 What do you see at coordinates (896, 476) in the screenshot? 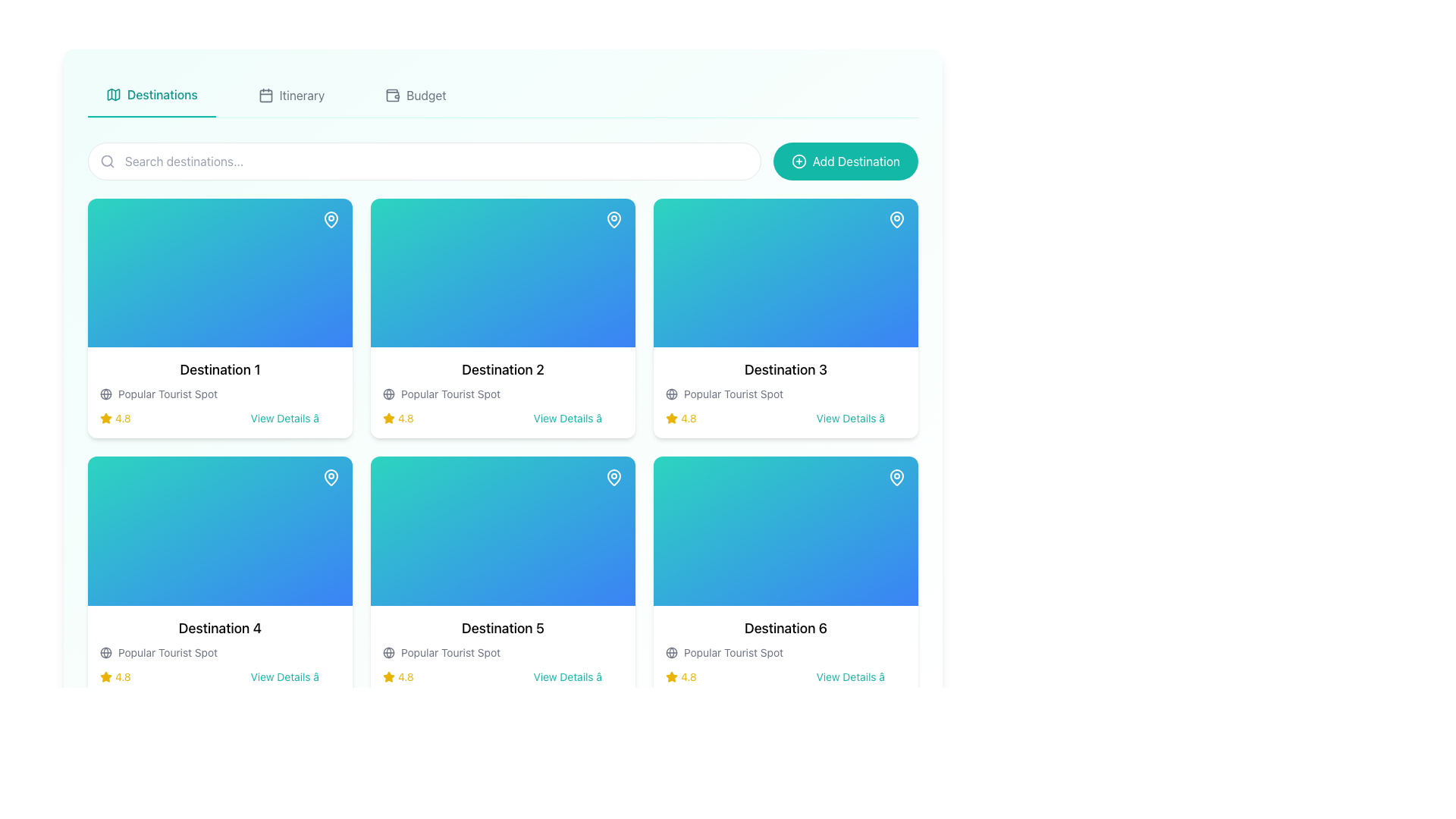
I see `pin drop icon located at the top-right corner of the Destination 6 card, which is styled with a white stroke on a blue background` at bounding box center [896, 476].